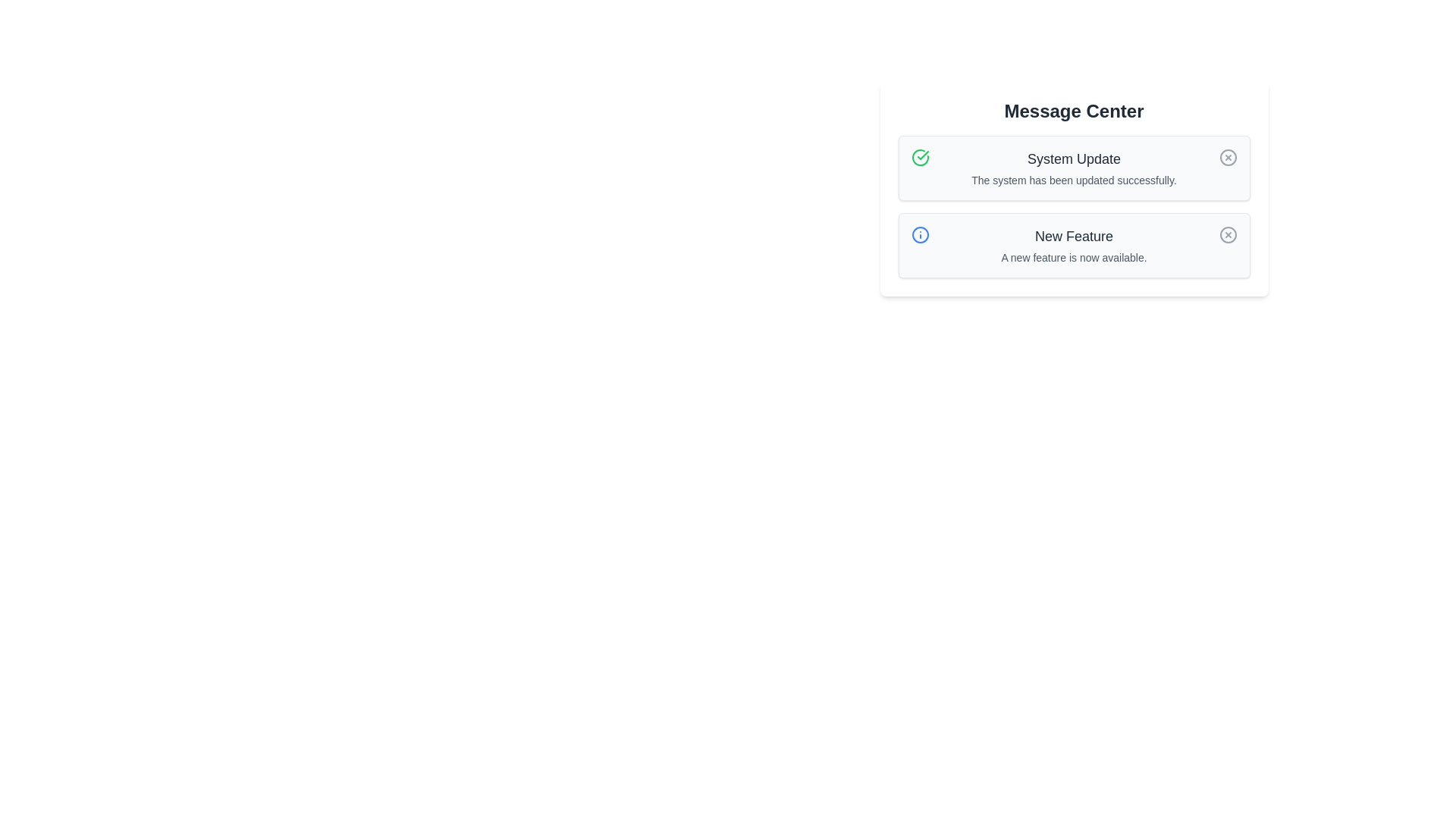  What do you see at coordinates (919, 158) in the screenshot?
I see `the circular green icon with a checkmark located at the top-left corner of the 'System Update' notification box, positioned directly to the left of the 'System Update' text` at bounding box center [919, 158].